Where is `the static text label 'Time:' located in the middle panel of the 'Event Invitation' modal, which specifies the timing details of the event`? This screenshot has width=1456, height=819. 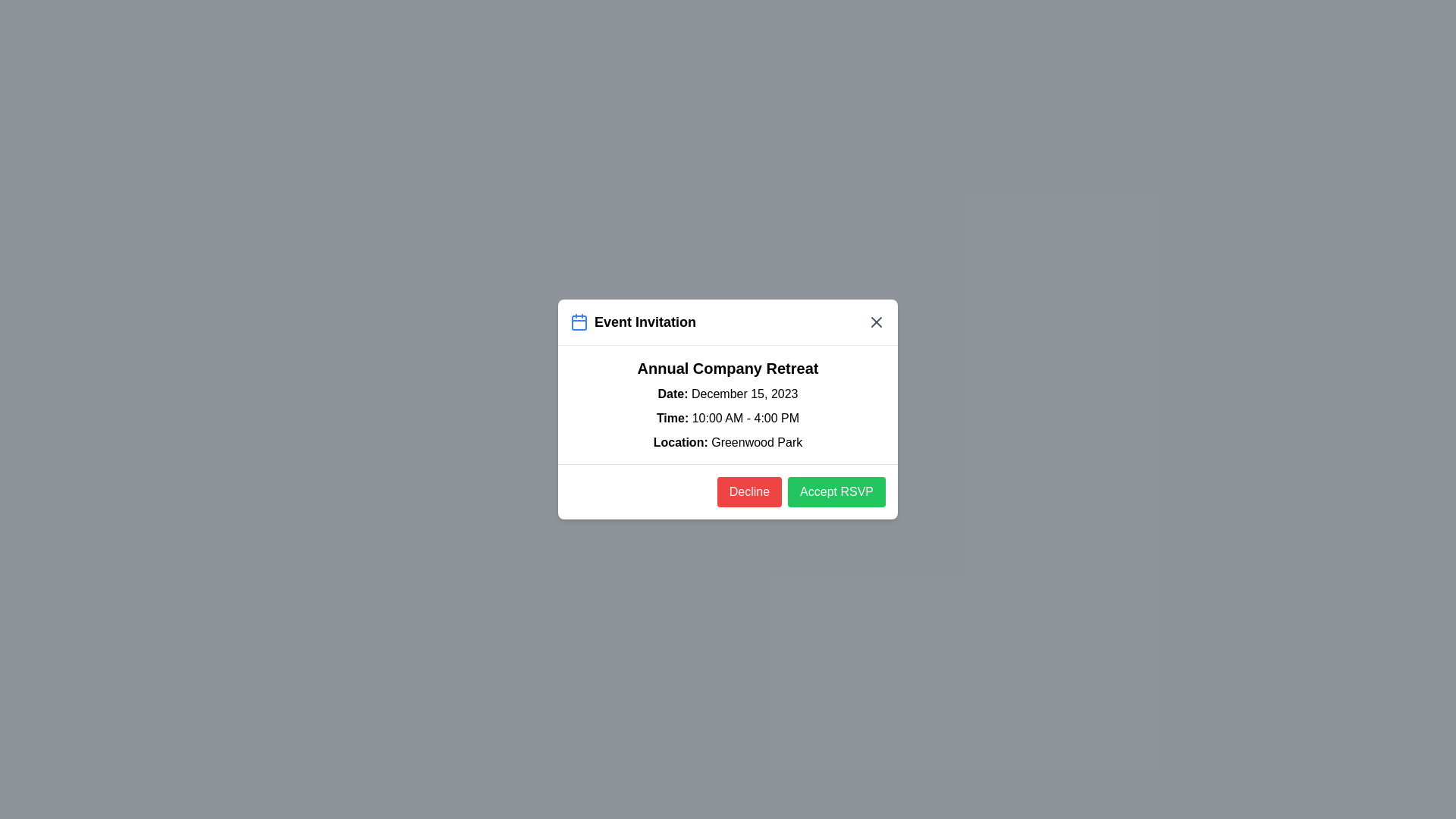 the static text label 'Time:' located in the middle panel of the 'Event Invitation' modal, which specifies the timing details of the event is located at coordinates (673, 418).